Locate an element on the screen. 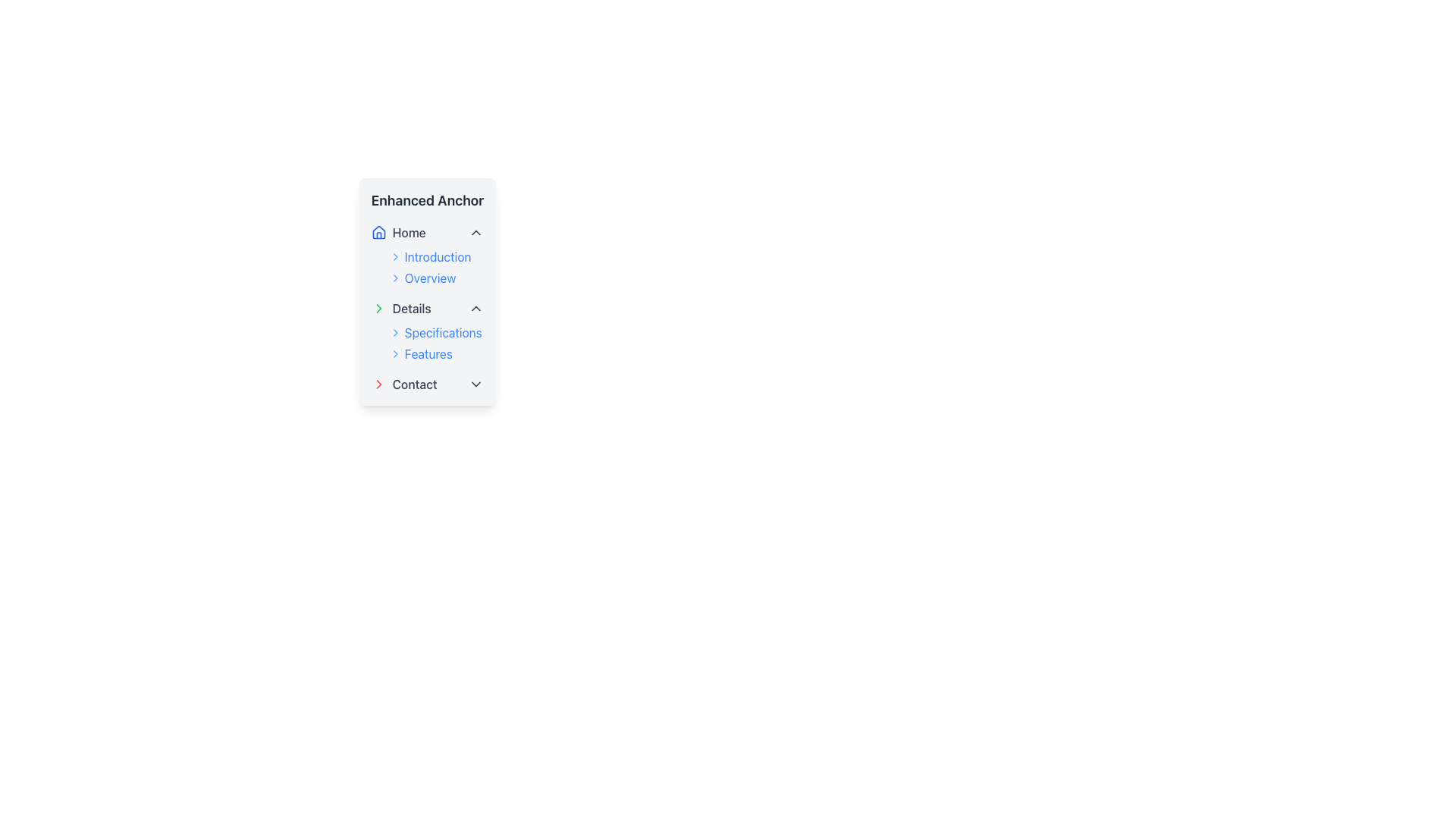 The width and height of the screenshot is (1456, 819). the 'Introduction' hyperlink styled in blue with a chevron icon on the left is located at coordinates (436, 256).